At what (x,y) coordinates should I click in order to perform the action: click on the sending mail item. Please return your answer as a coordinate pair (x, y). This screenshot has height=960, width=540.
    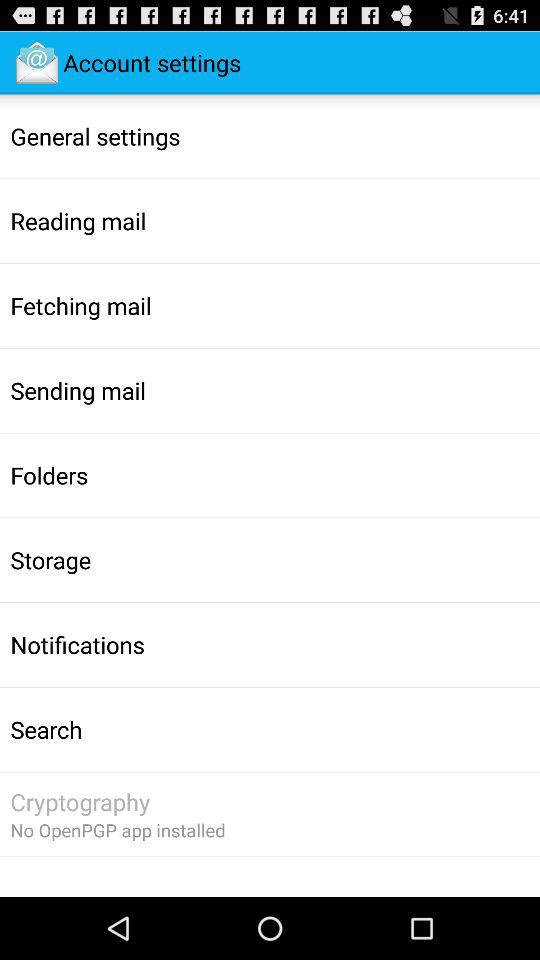
    Looking at the image, I should click on (77, 389).